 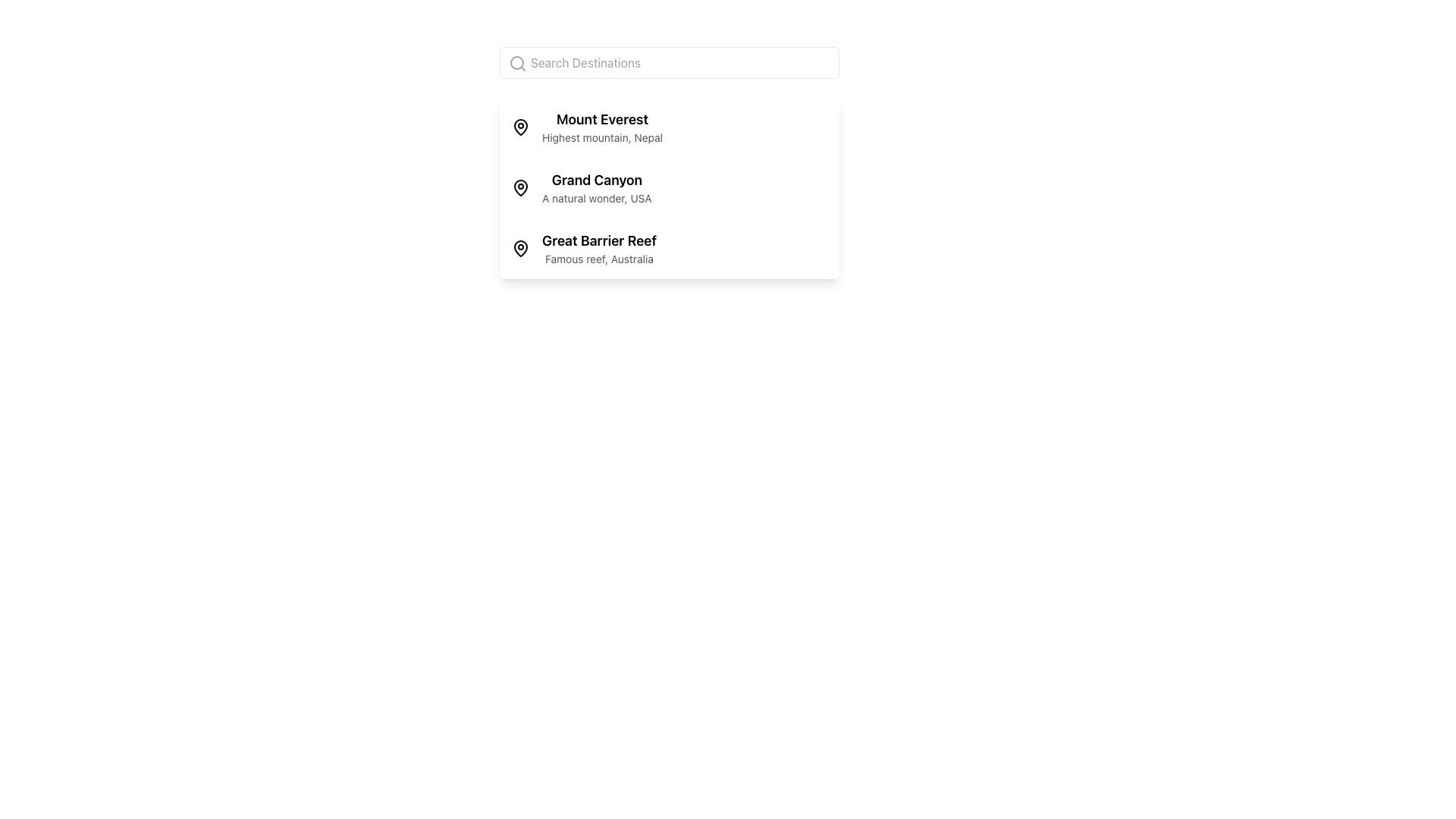 What do you see at coordinates (669, 247) in the screenshot?
I see `the third list item summarizing information about the Great Barrier Reef` at bounding box center [669, 247].